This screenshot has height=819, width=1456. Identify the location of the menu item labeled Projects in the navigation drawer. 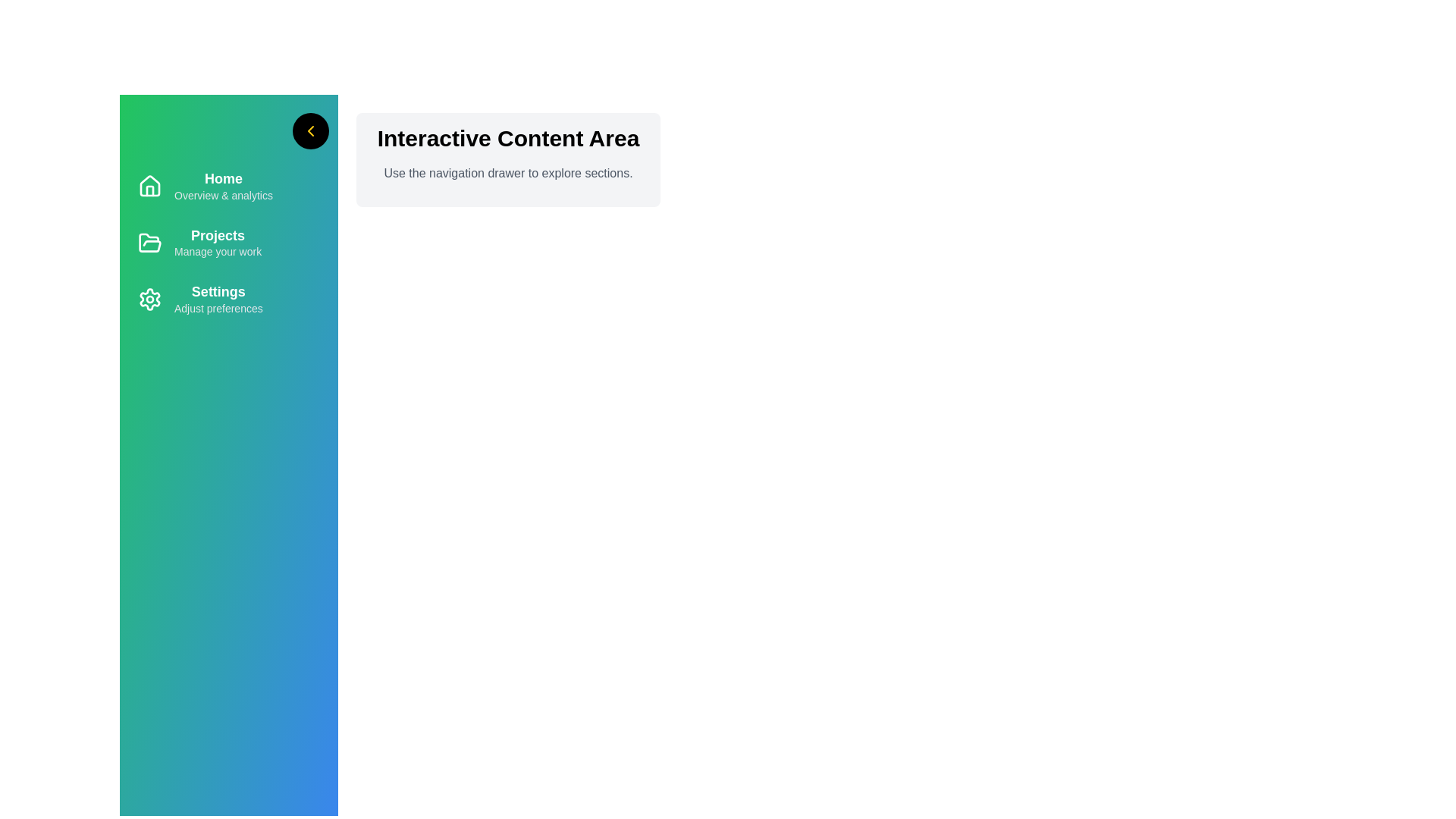
(228, 242).